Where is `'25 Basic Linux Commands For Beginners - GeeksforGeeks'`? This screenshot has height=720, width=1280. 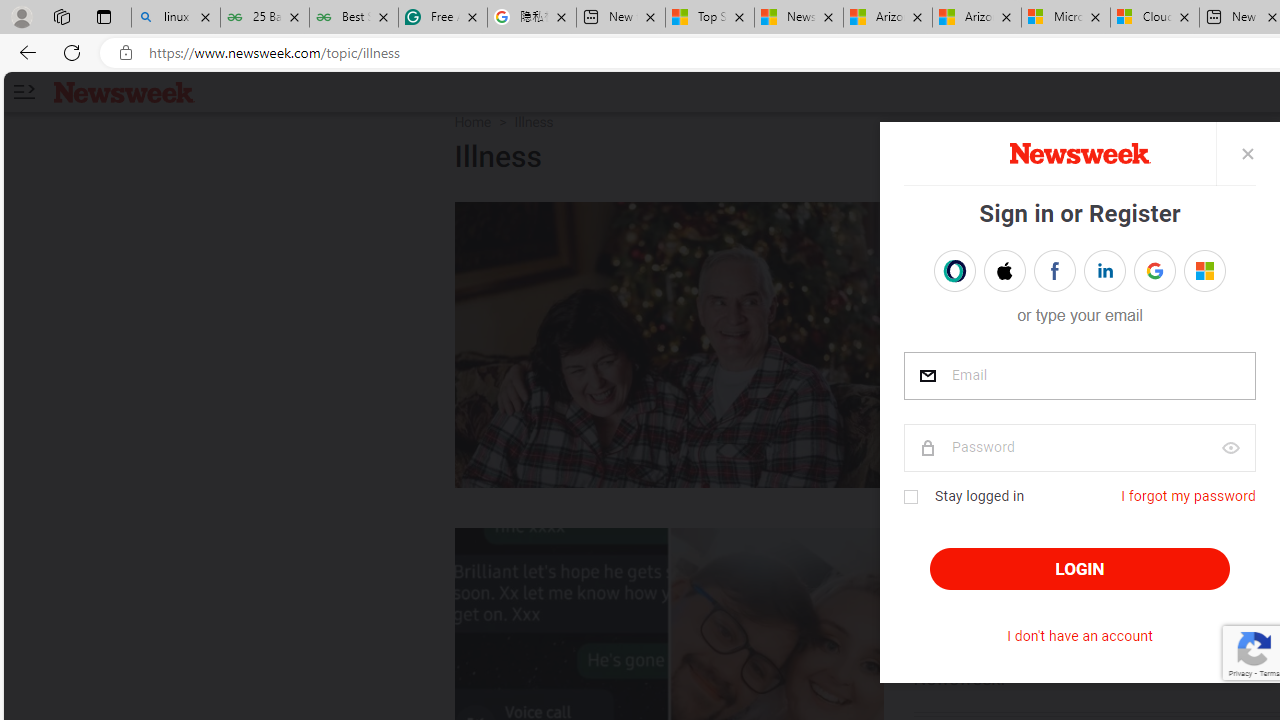
'25 Basic Linux Commands For Beginners - GeeksforGeeks' is located at coordinates (263, 17).